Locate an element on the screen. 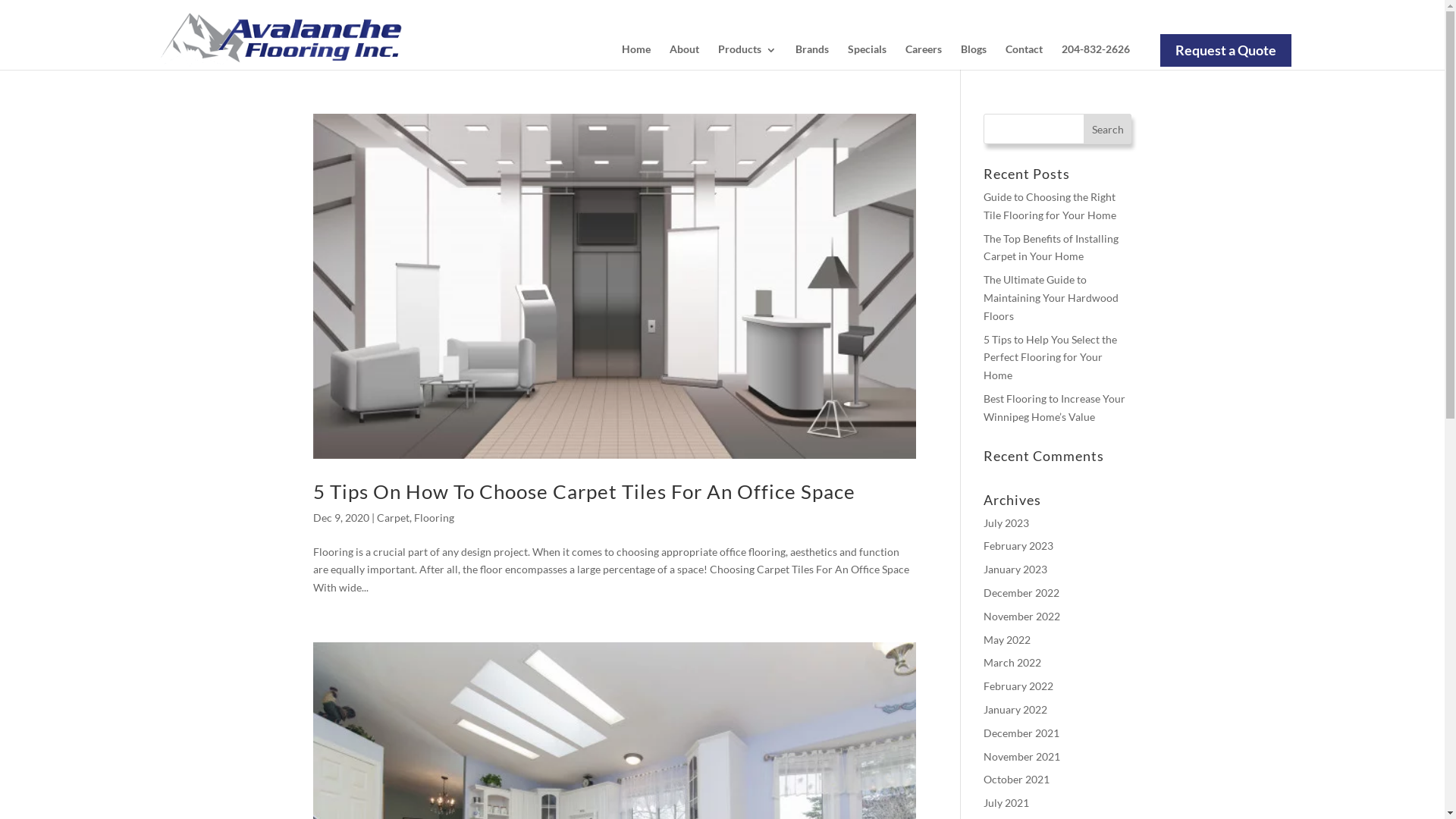 This screenshot has height=819, width=1456. 'May 2022' is located at coordinates (1007, 639).